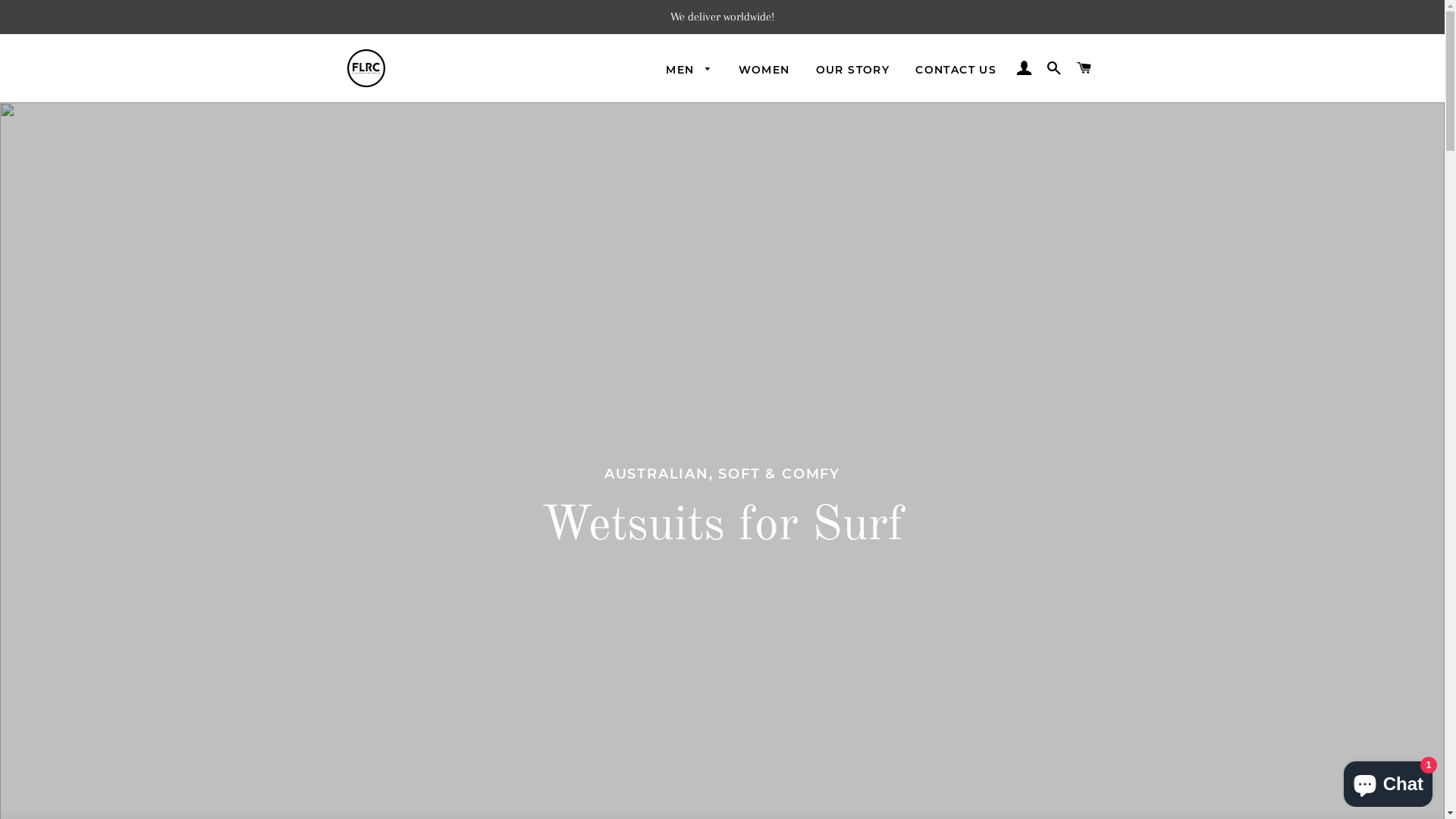  What do you see at coordinates (1053, 67) in the screenshot?
I see `'SEARCH'` at bounding box center [1053, 67].